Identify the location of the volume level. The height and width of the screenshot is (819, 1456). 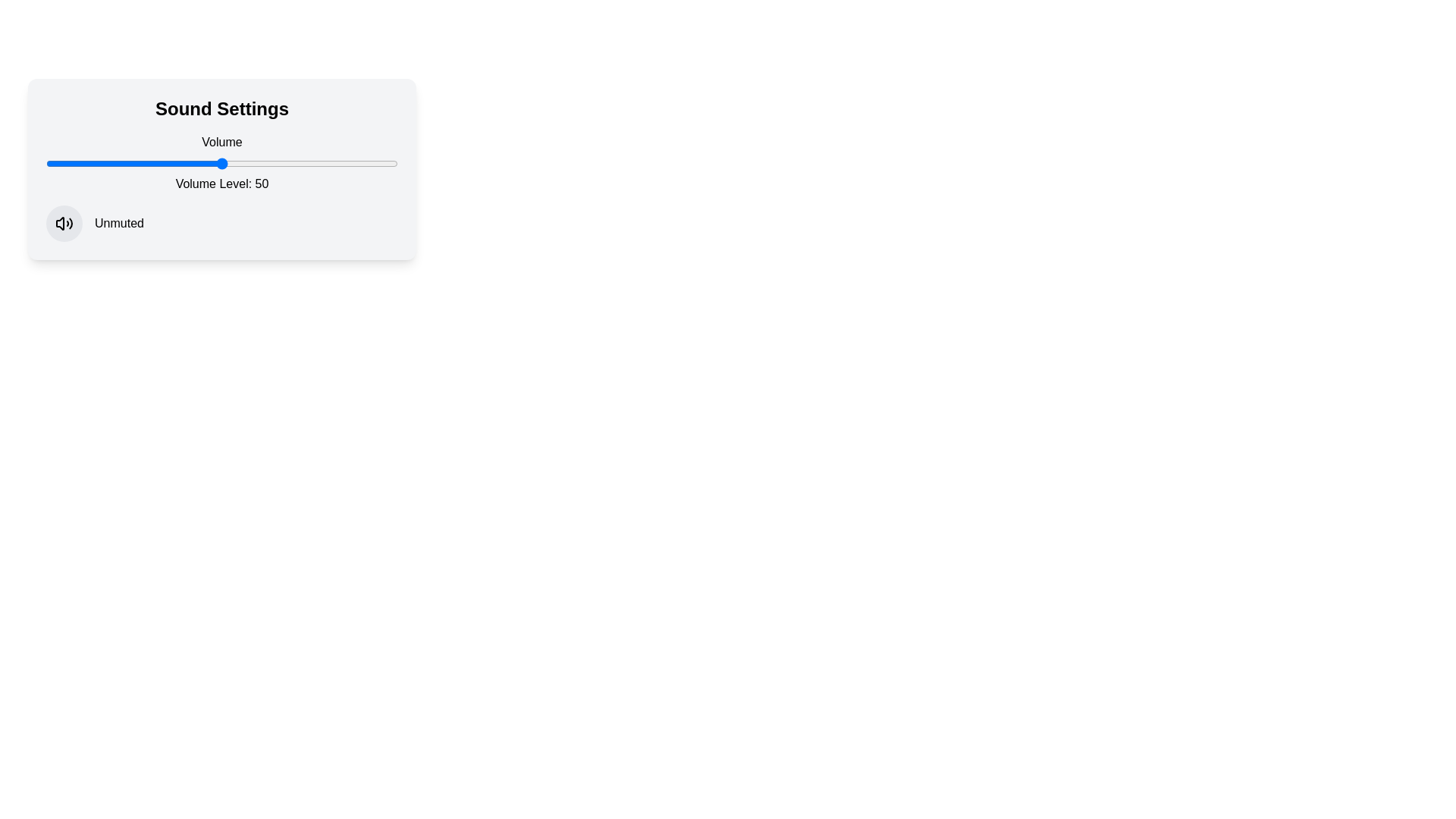
(63, 164).